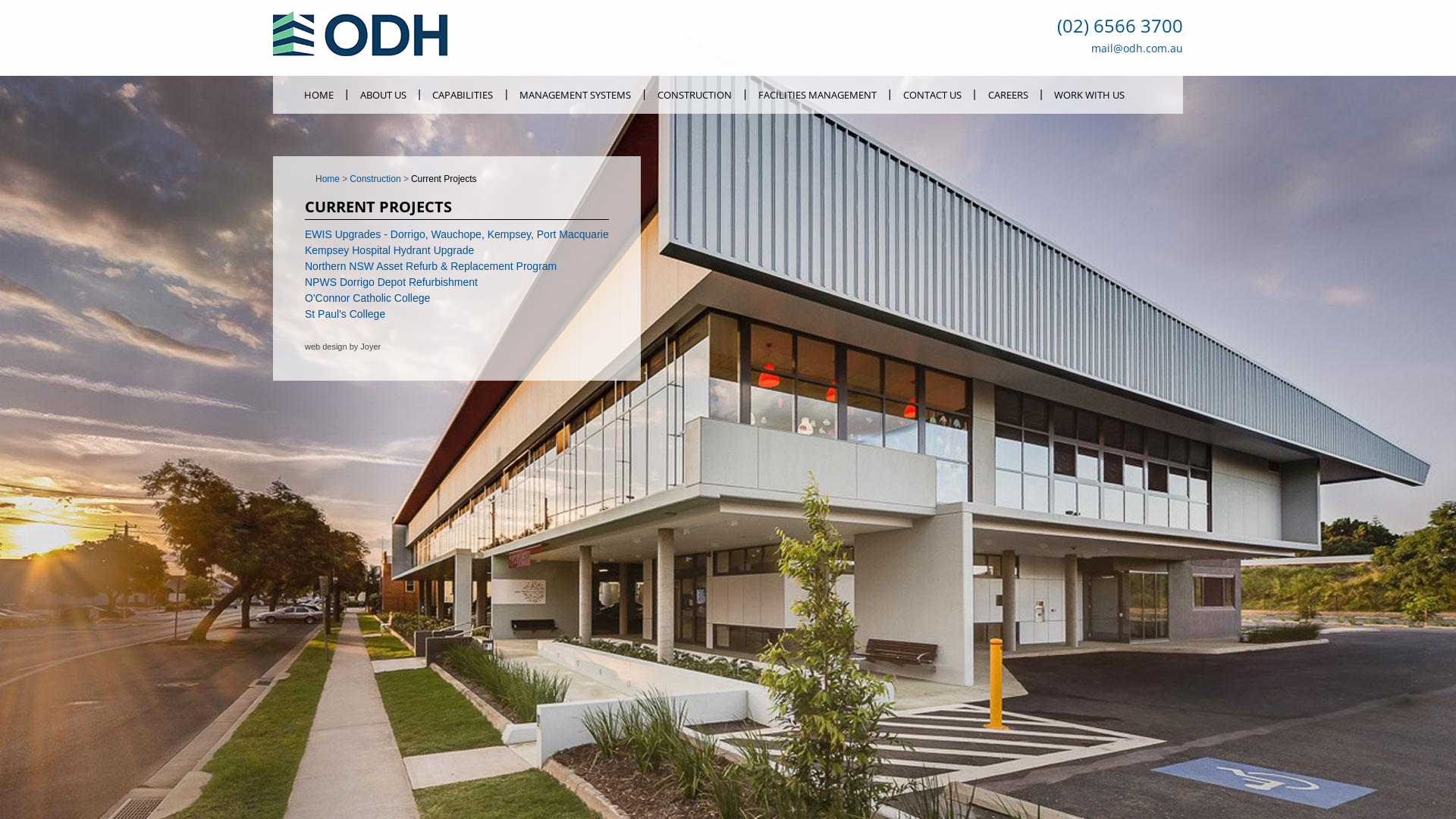 The height and width of the screenshot is (819, 1456). Describe the element at coordinates (382, 94) in the screenshot. I see `'ABOUT US'` at that location.